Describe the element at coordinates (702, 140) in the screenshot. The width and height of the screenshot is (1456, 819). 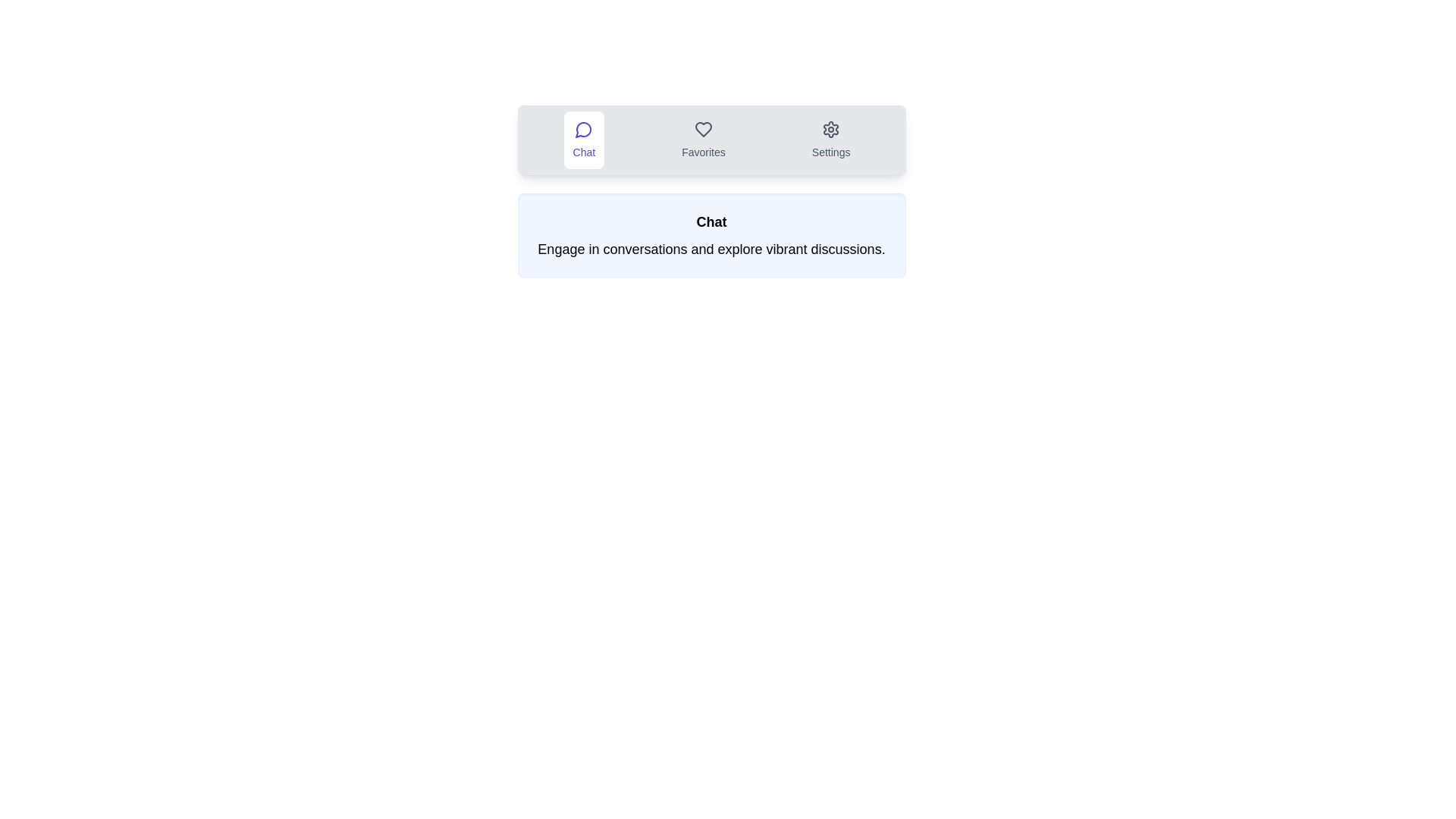
I see `the icon within the tab labeled Favorites` at that location.